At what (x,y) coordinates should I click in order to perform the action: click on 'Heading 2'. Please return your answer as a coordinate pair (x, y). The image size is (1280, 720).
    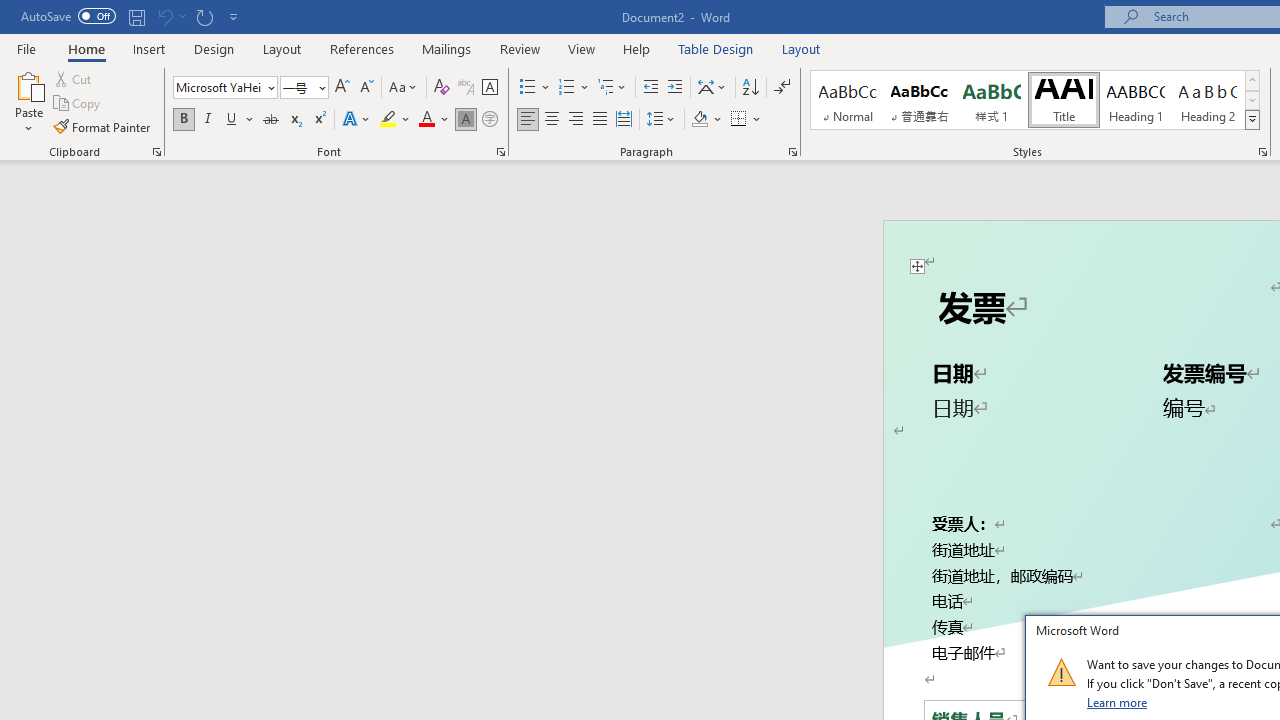
    Looking at the image, I should click on (1207, 100).